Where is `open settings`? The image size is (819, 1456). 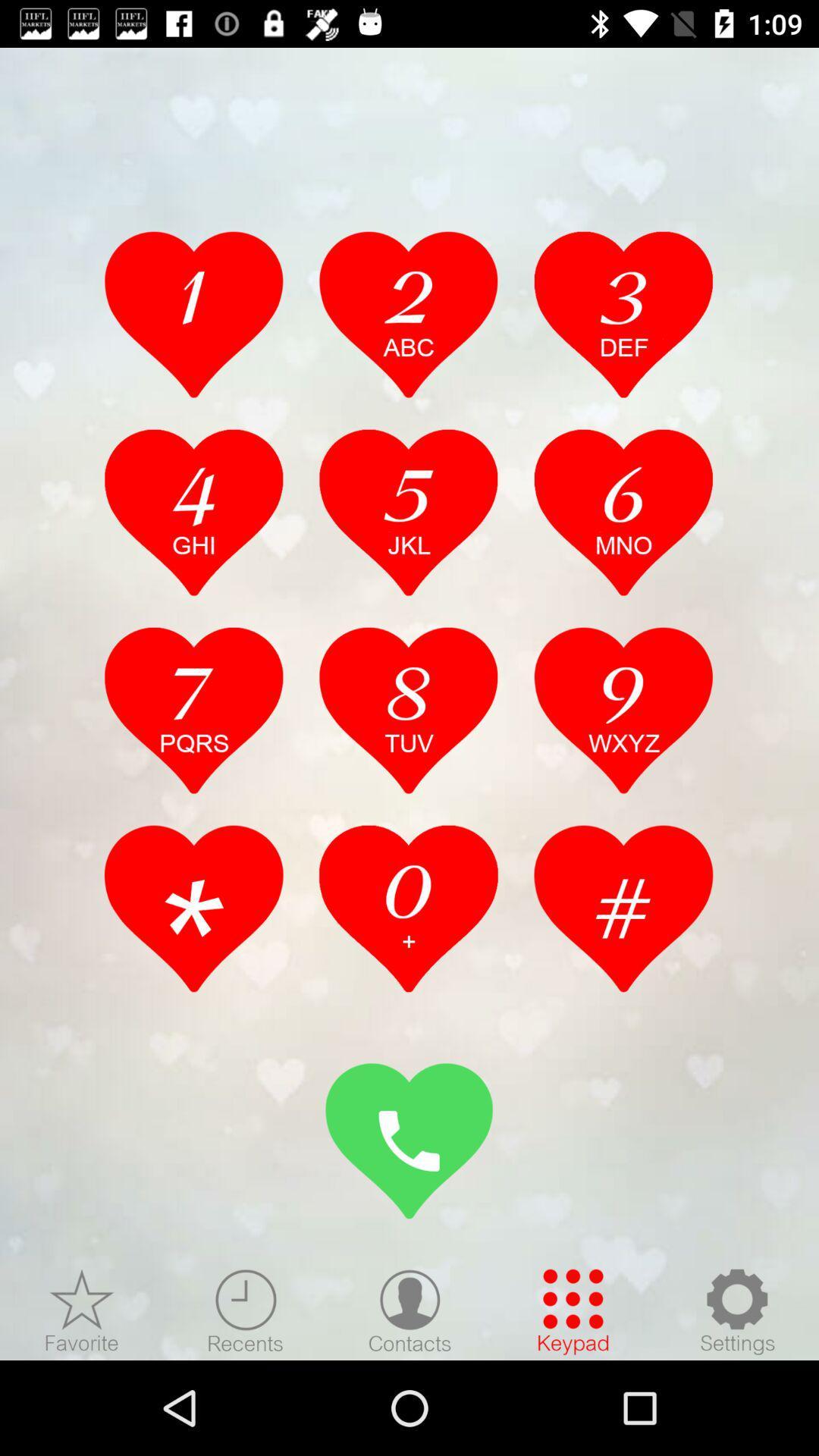
open settings is located at coordinates (736, 1310).